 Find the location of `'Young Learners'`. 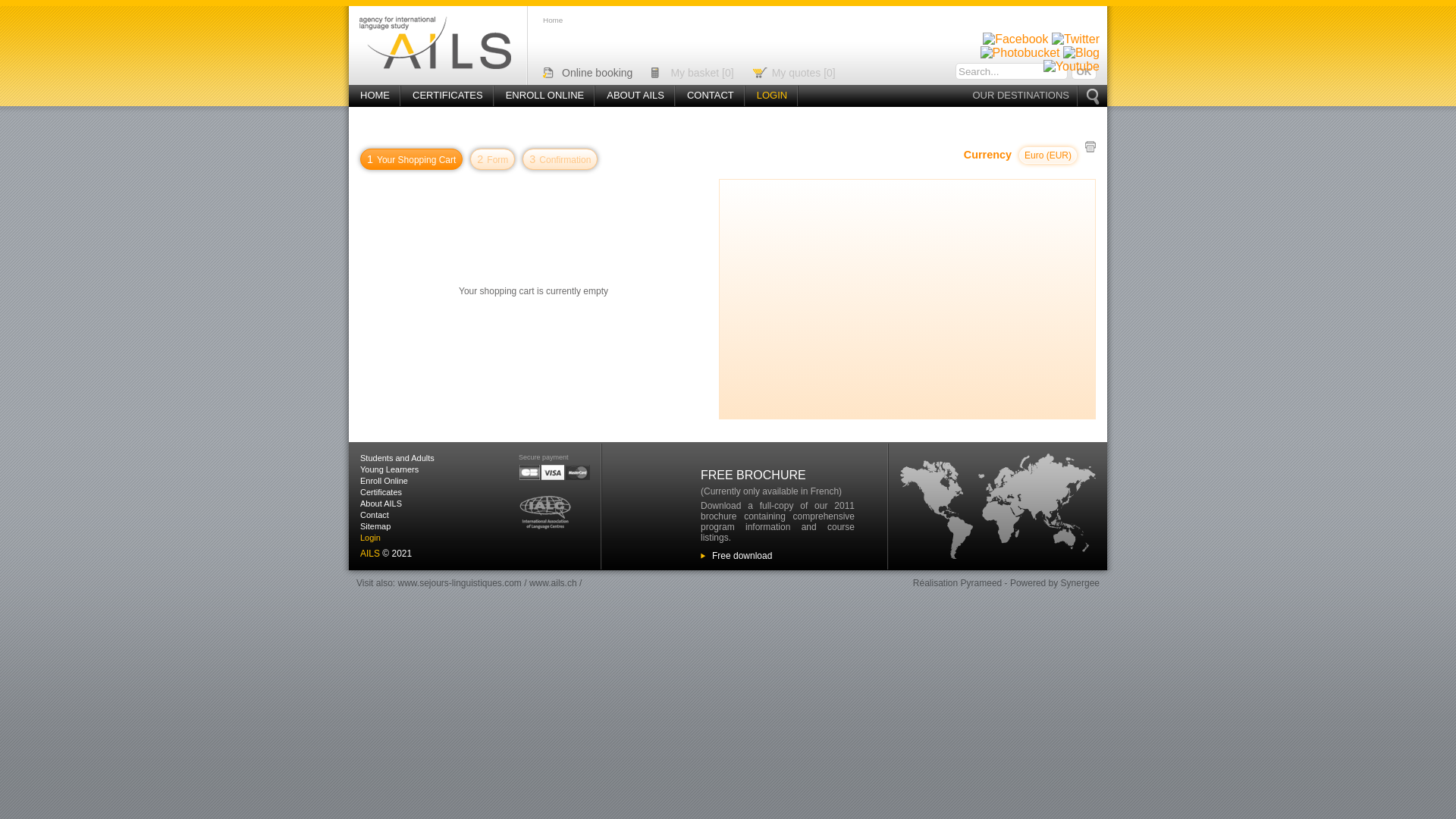

'Young Learners' is located at coordinates (389, 468).